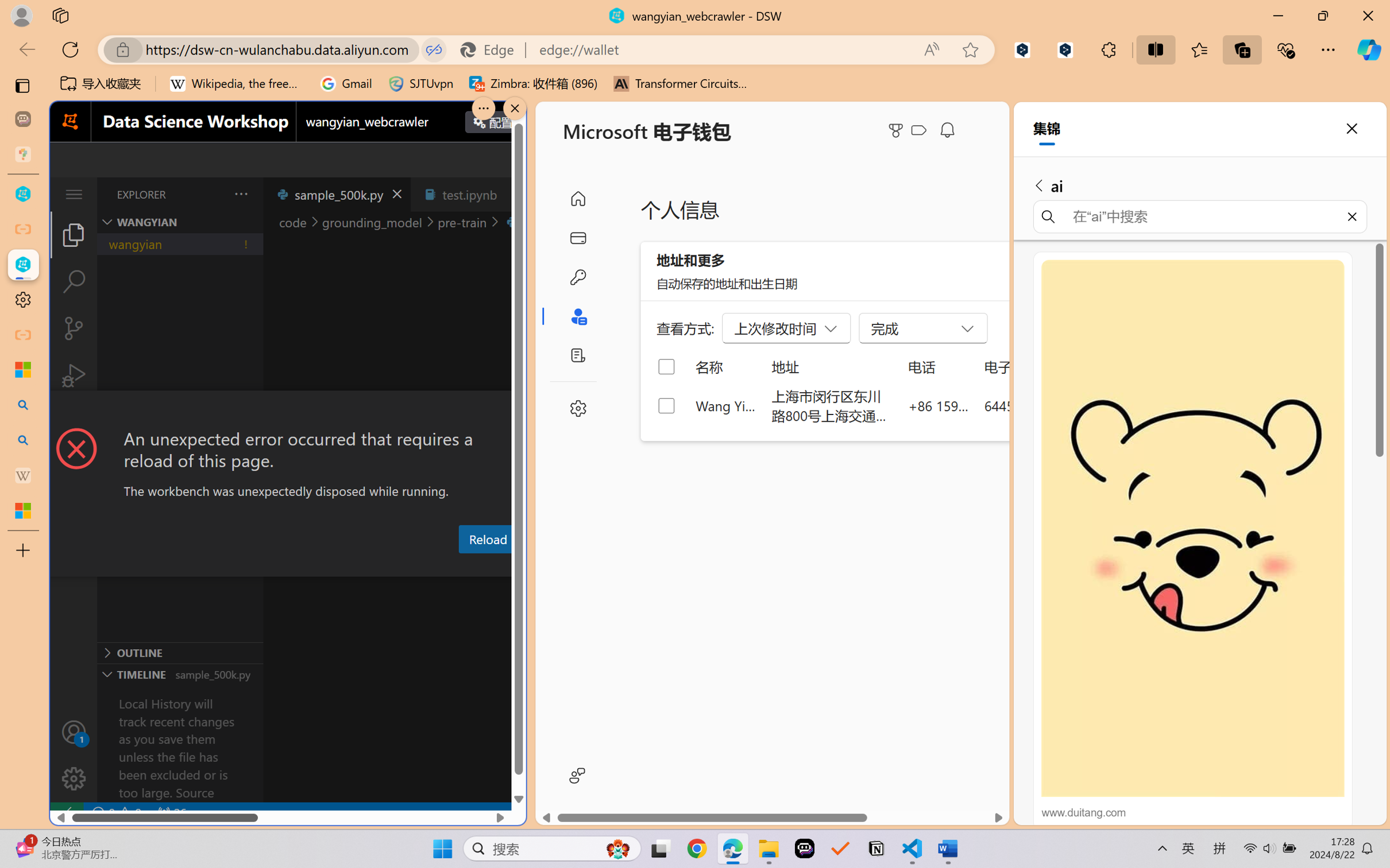  I want to click on 'Debug Console (Ctrl+Shift+Y)', so click(464, 566).